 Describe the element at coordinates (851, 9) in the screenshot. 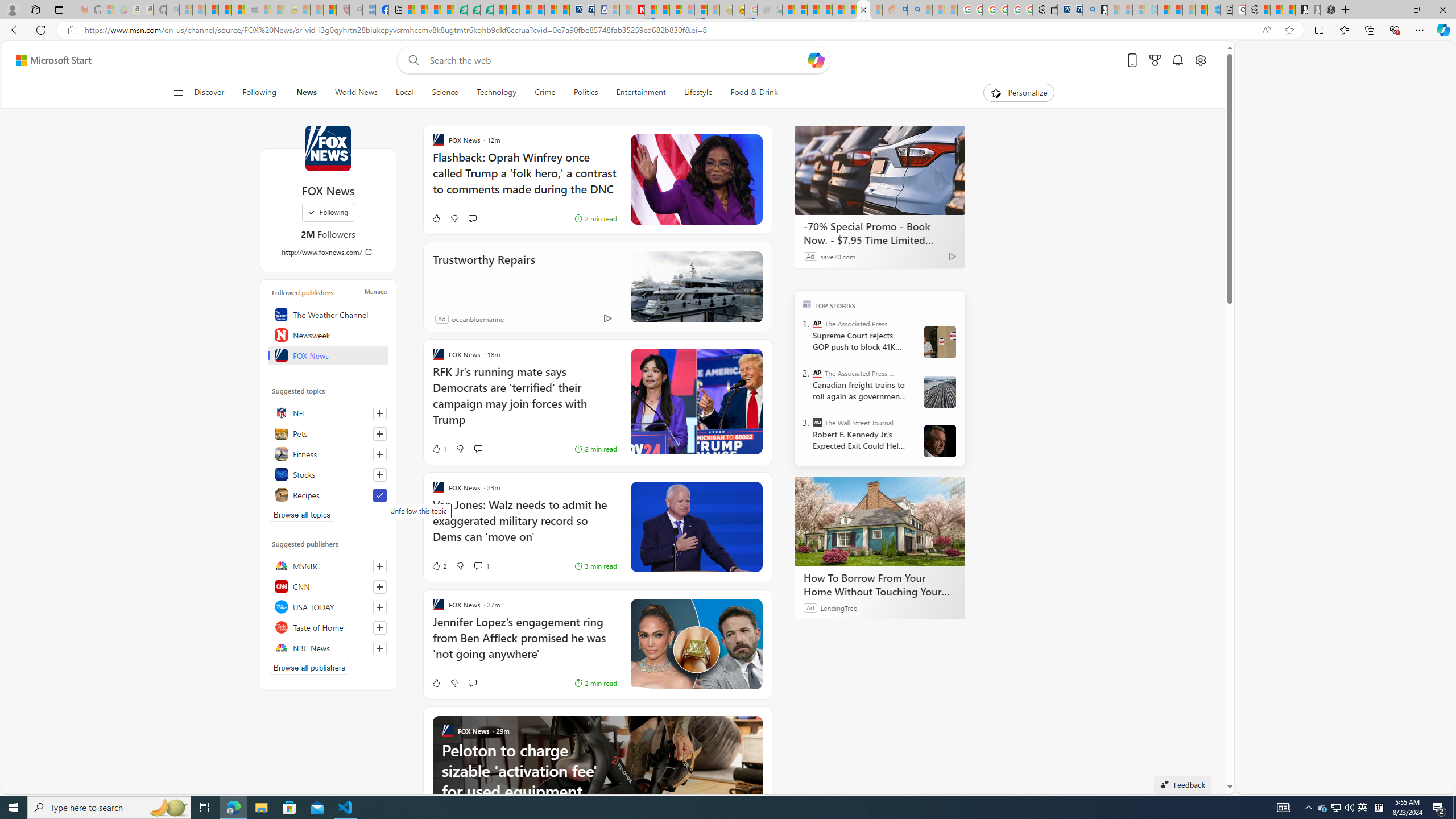

I see `'Kinda Frugal - MSN'` at that location.